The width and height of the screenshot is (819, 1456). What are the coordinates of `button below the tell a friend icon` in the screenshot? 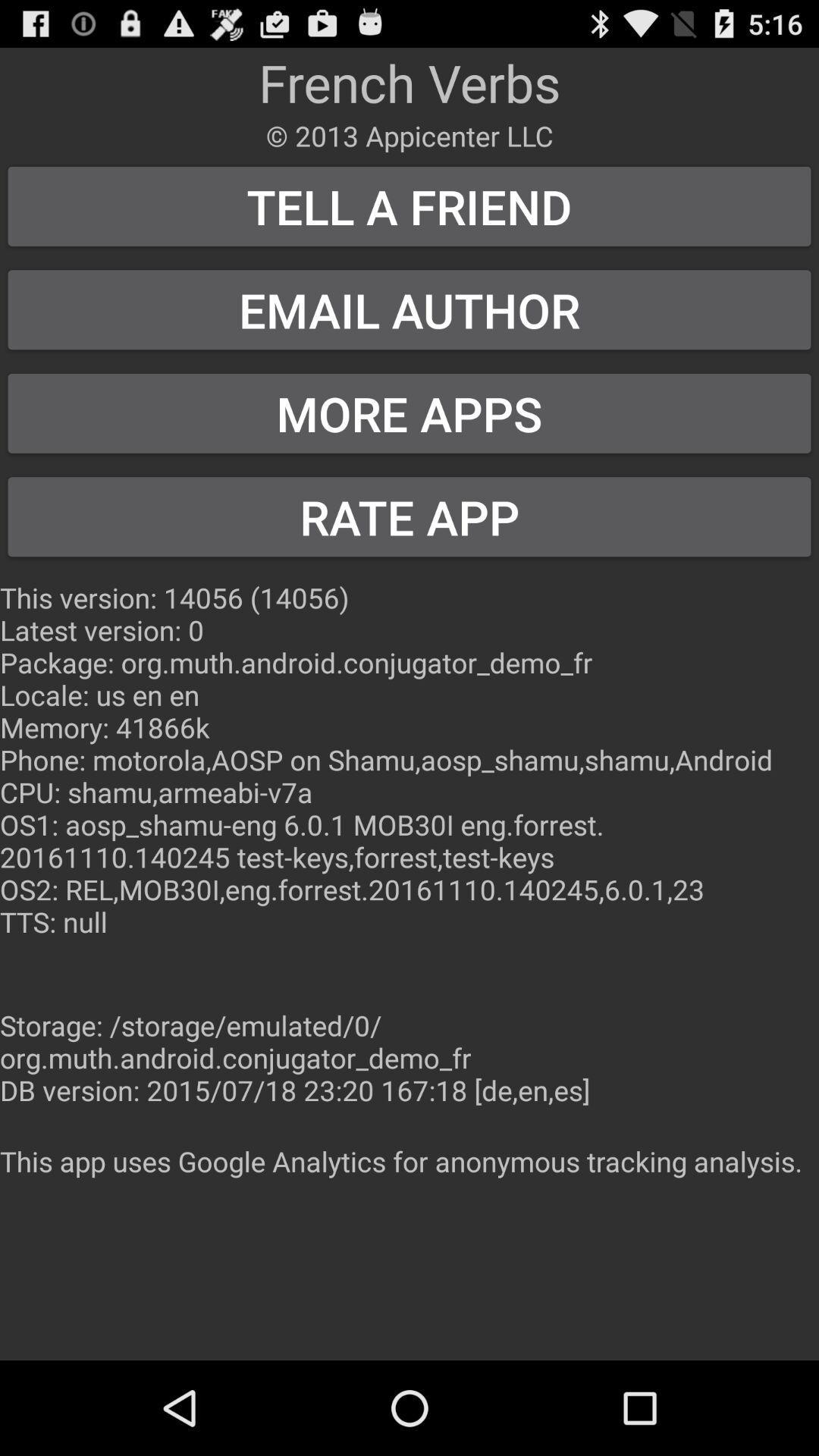 It's located at (409, 309).